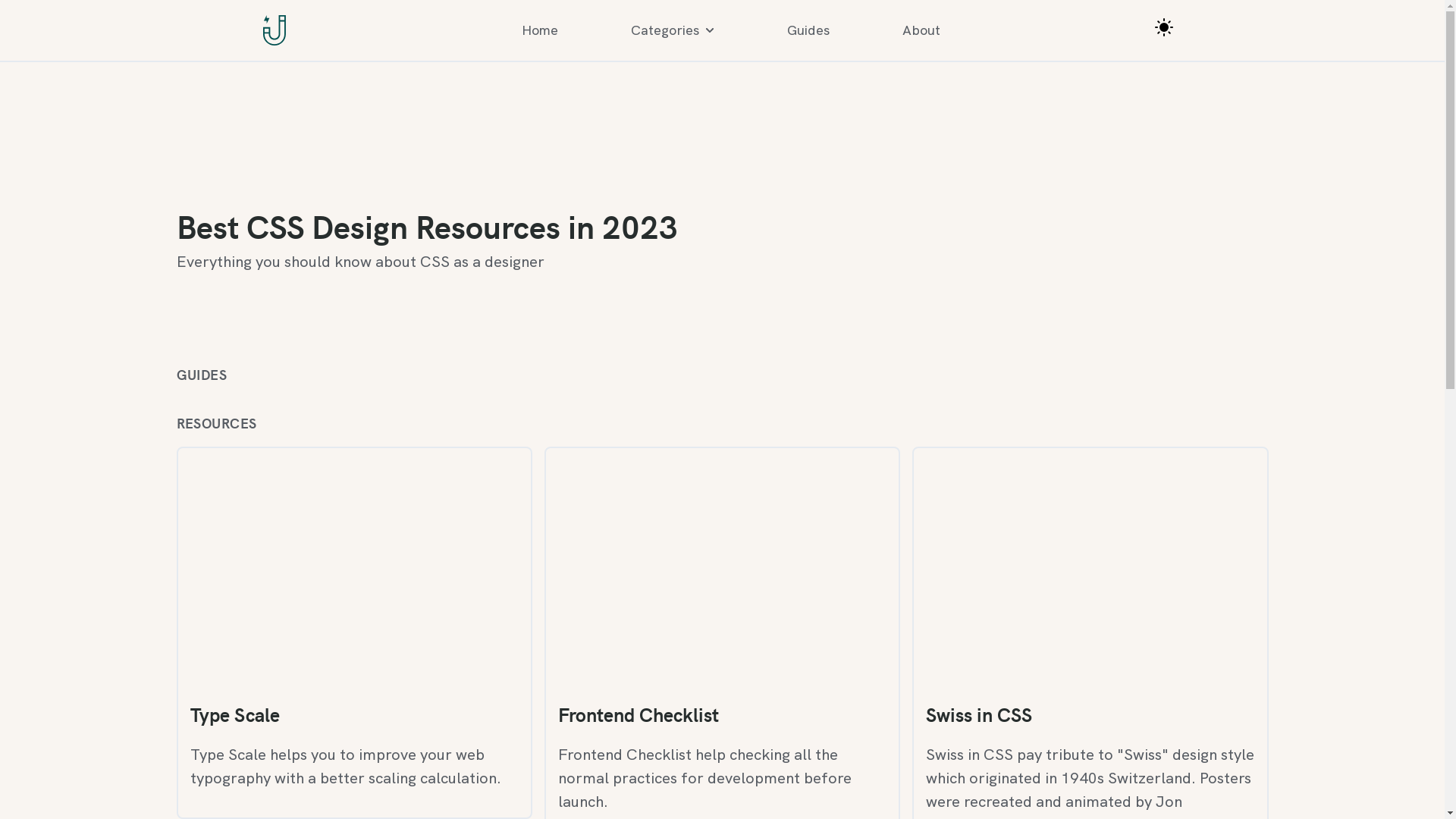  What do you see at coordinates (539, 30) in the screenshot?
I see `'Home'` at bounding box center [539, 30].